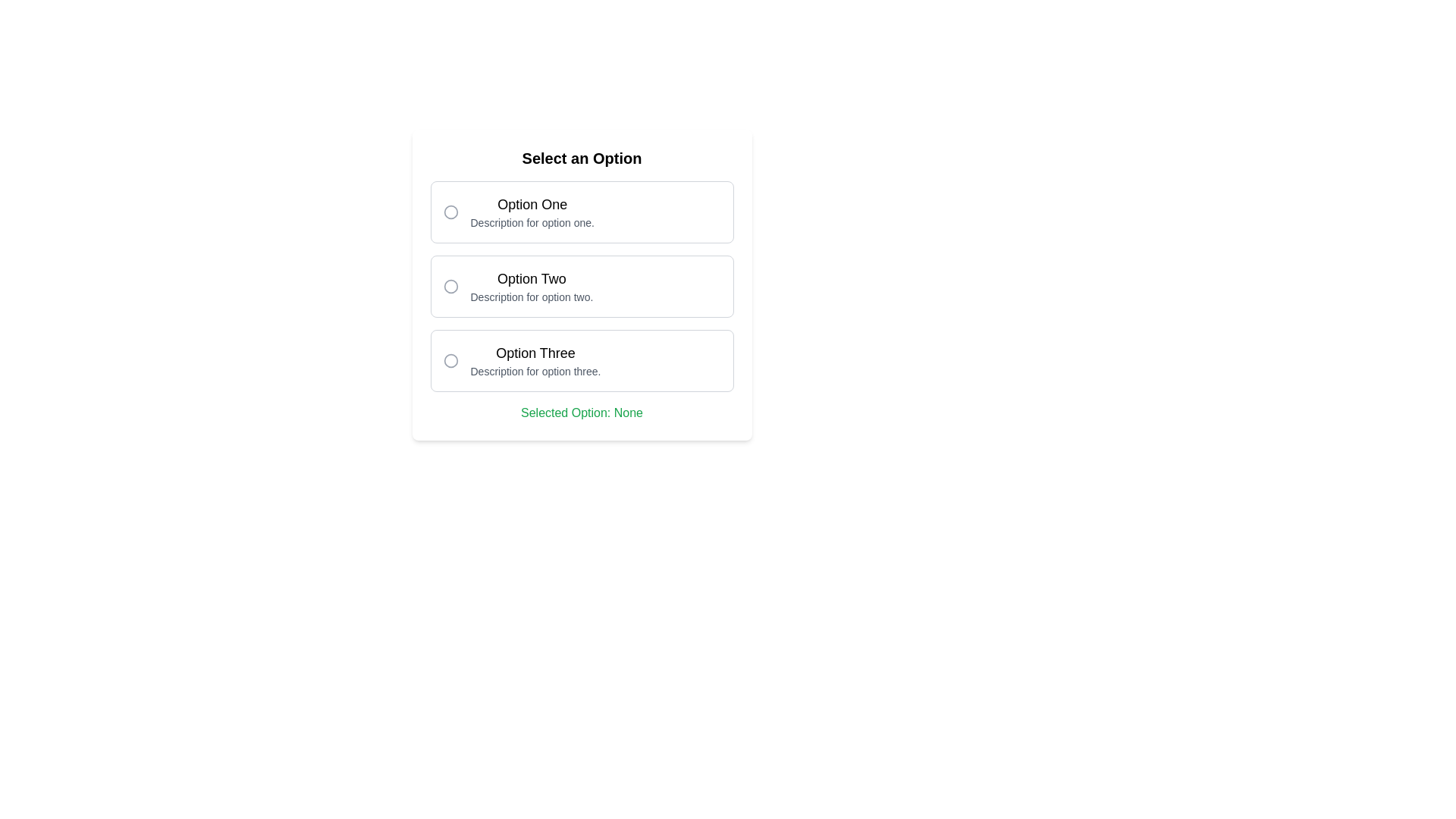 The width and height of the screenshot is (1456, 819). Describe the element at coordinates (581, 413) in the screenshot. I see `the Text Display that shows 'Selected Option: None' in green color, located at the bottom of the 'Select an Option' panel` at that location.